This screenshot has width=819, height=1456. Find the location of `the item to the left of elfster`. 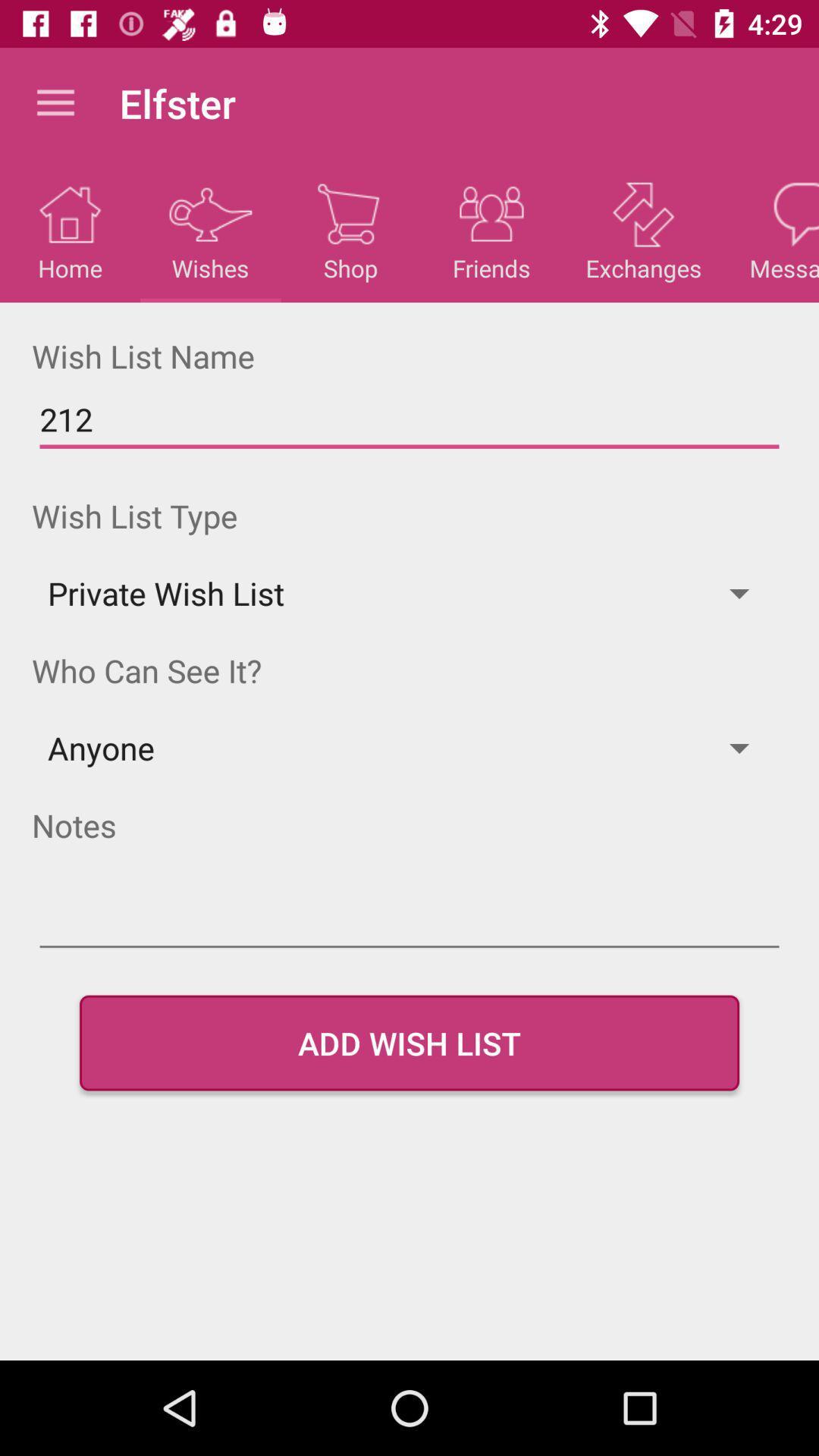

the item to the left of elfster is located at coordinates (55, 102).